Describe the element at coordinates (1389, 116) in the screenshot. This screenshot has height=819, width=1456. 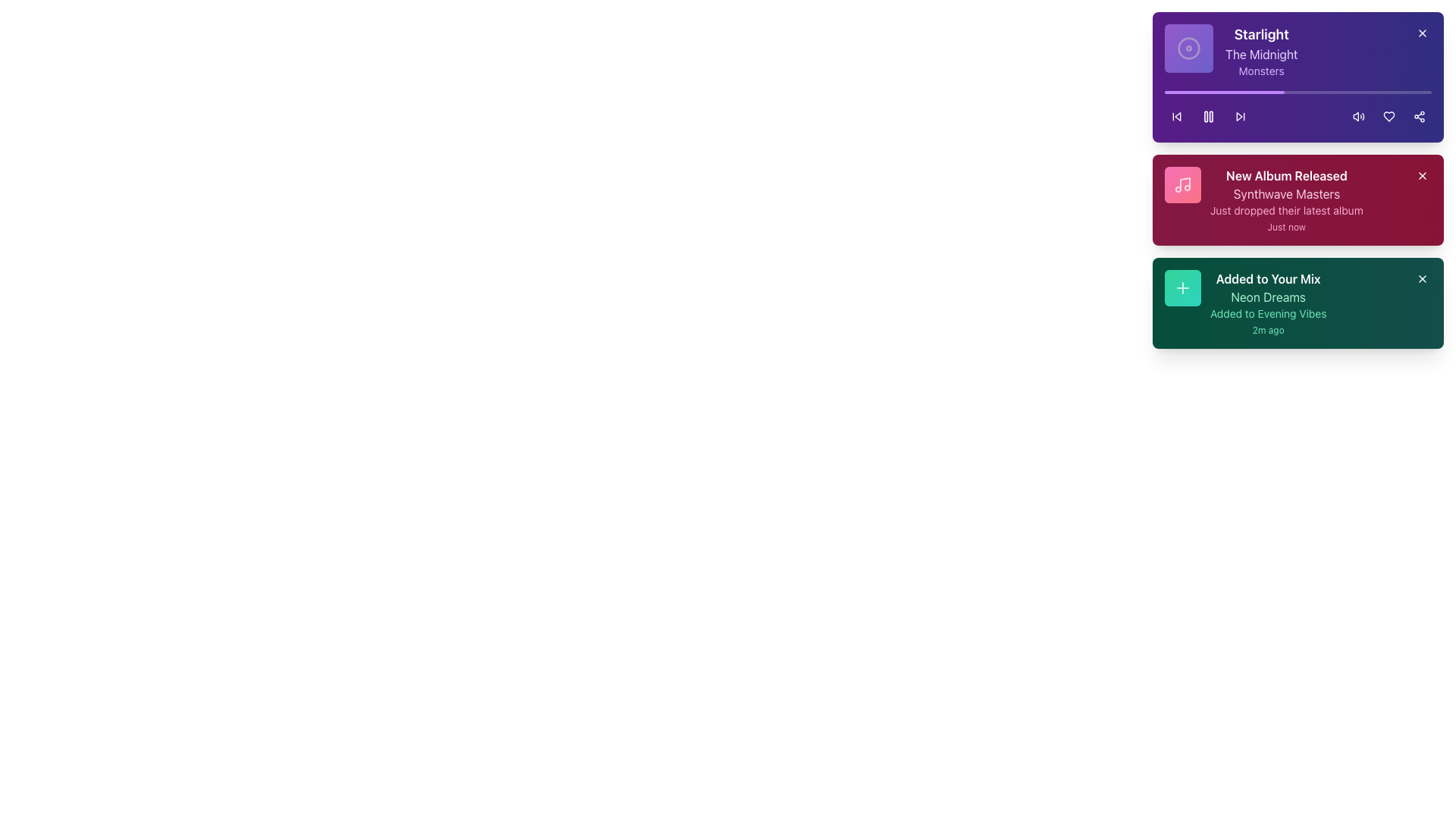
I see `the heart-shaped interactive button with a white outline on a purple background to favorite the content` at that location.